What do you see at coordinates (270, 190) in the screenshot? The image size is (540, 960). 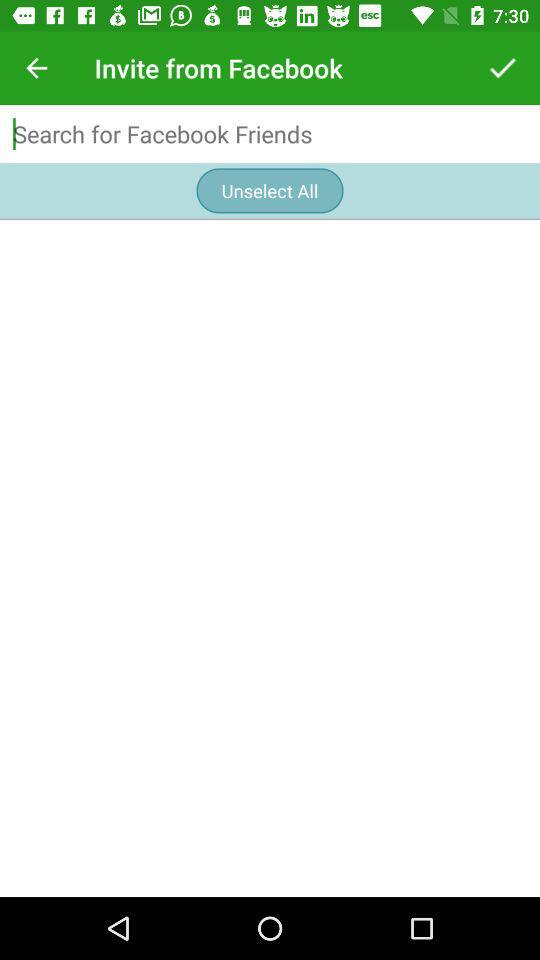 I see `unselect all icon` at bounding box center [270, 190].